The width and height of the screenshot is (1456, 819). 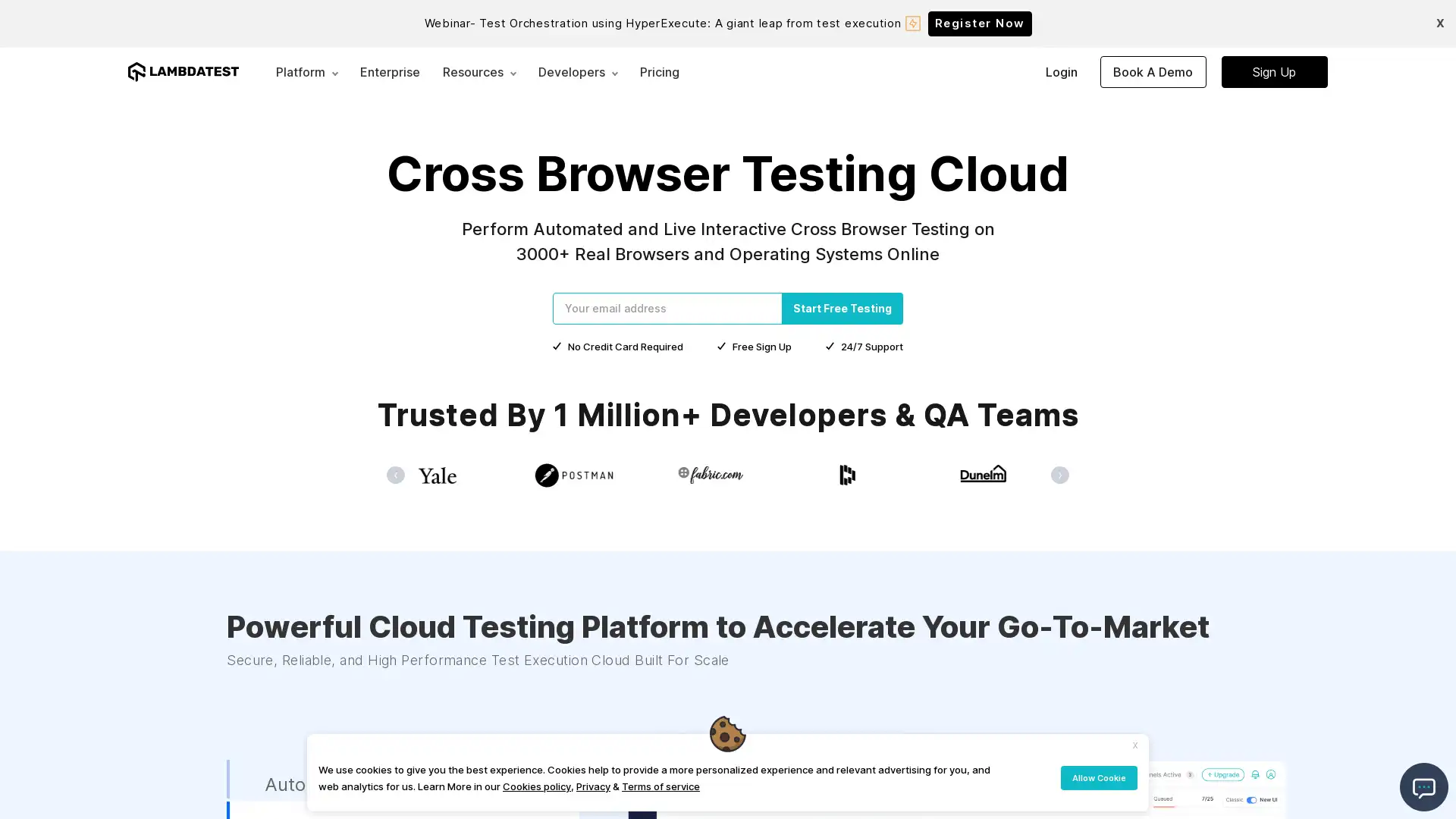 I want to click on Start Free Testing, so click(x=841, y=307).